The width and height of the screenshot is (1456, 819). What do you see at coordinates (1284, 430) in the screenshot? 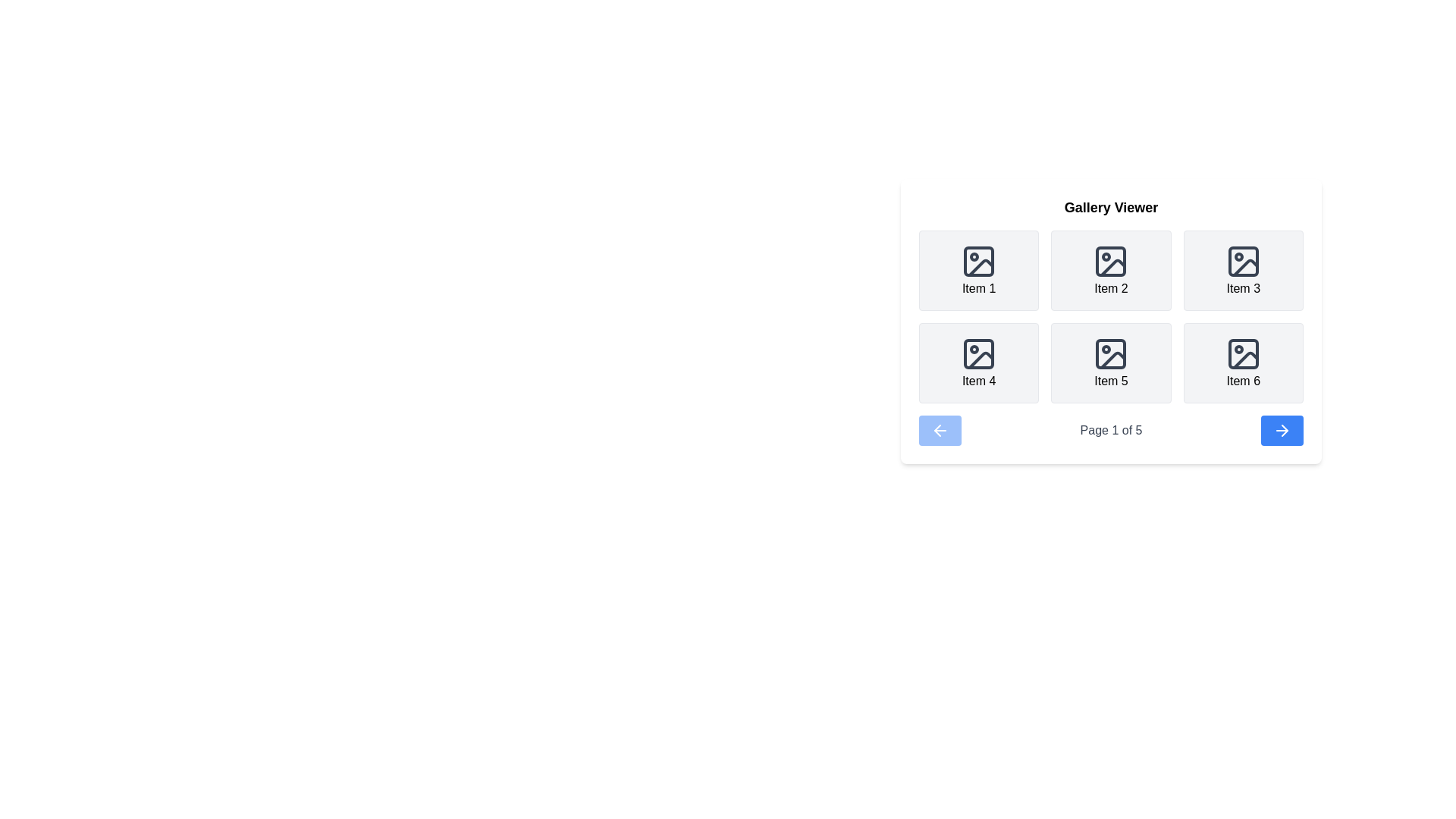
I see `the right-pointing arrow icon within the navigation button located in the gallery viewer's interface` at bounding box center [1284, 430].